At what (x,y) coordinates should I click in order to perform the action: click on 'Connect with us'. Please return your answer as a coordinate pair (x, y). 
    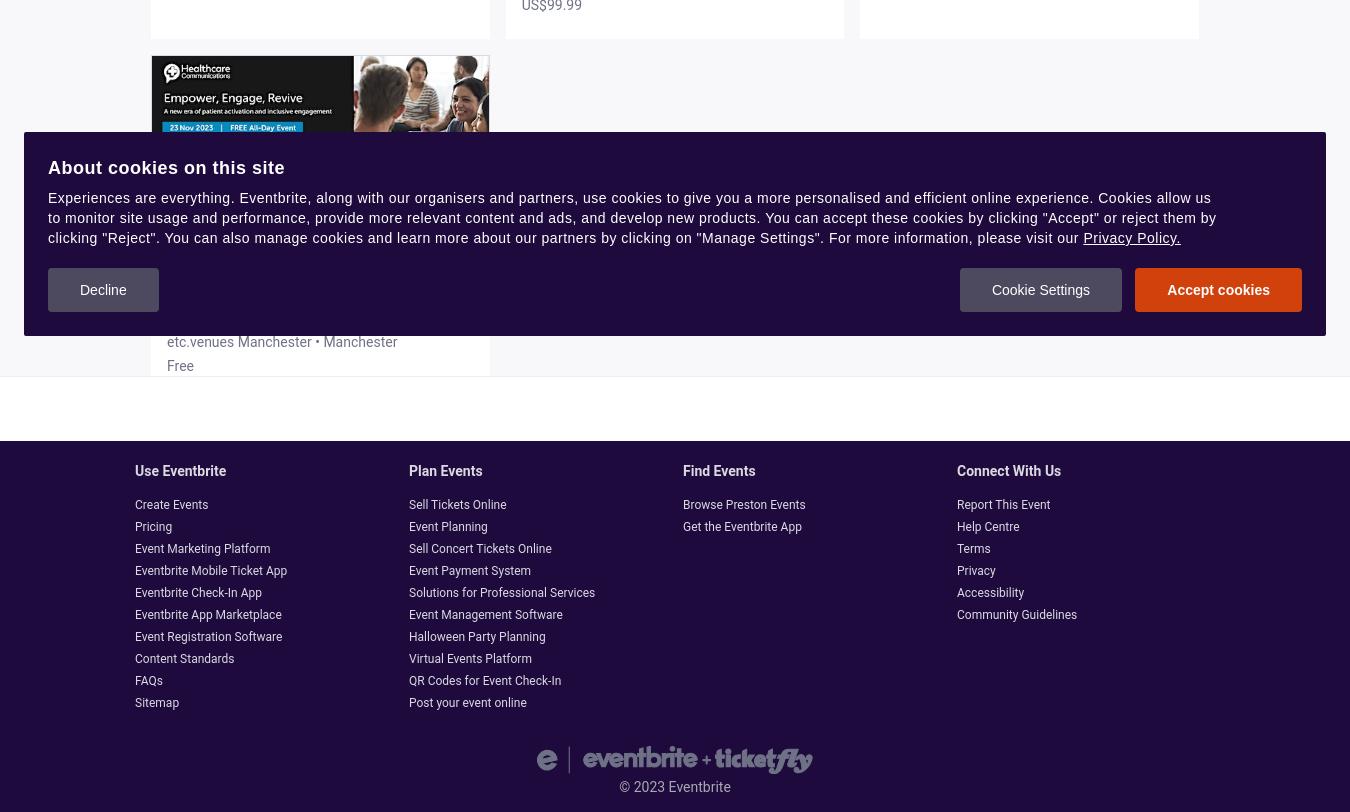
    Looking at the image, I should click on (1007, 470).